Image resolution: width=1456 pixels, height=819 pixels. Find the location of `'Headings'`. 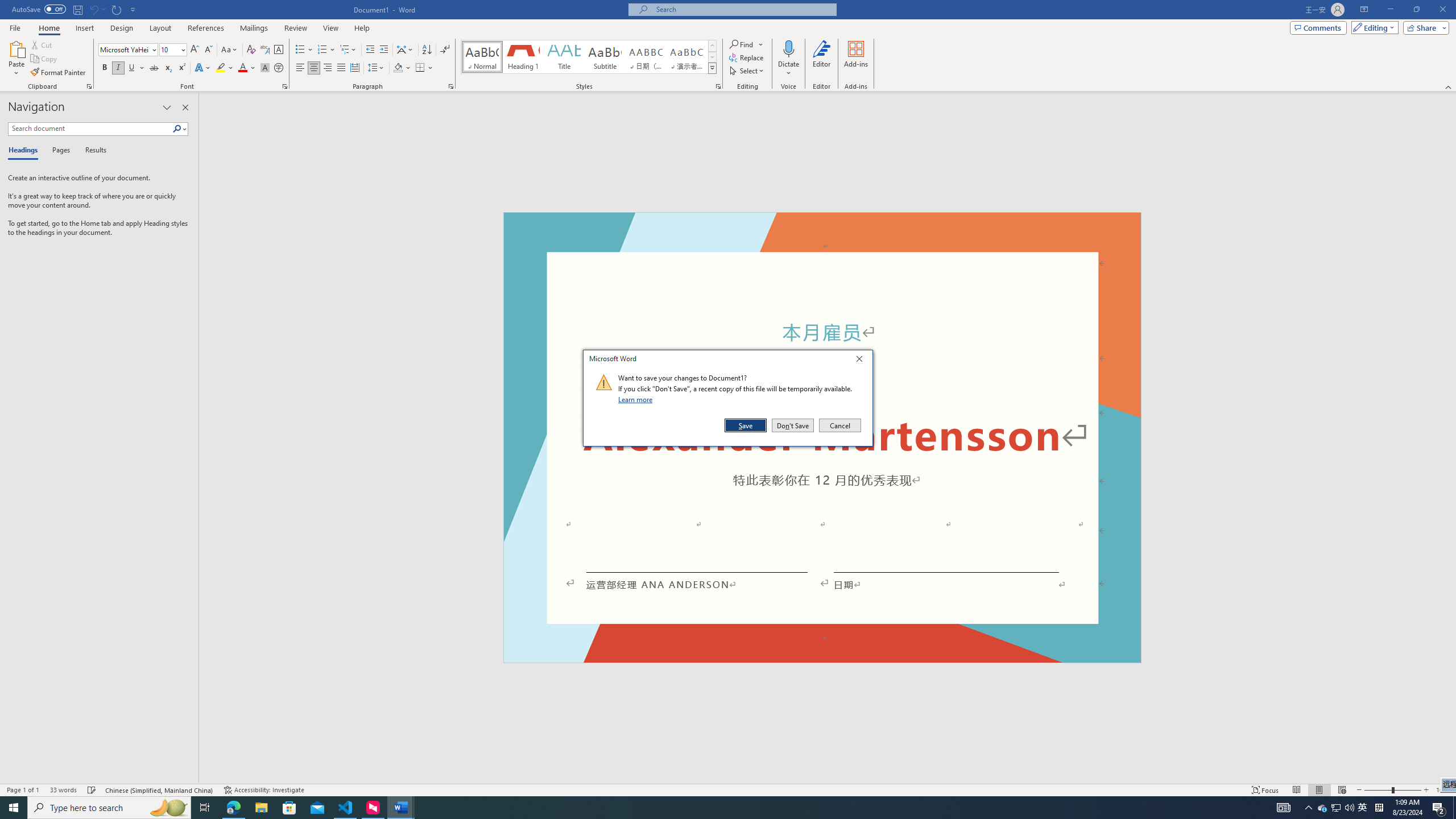

'Headings' is located at coordinates (25, 150).